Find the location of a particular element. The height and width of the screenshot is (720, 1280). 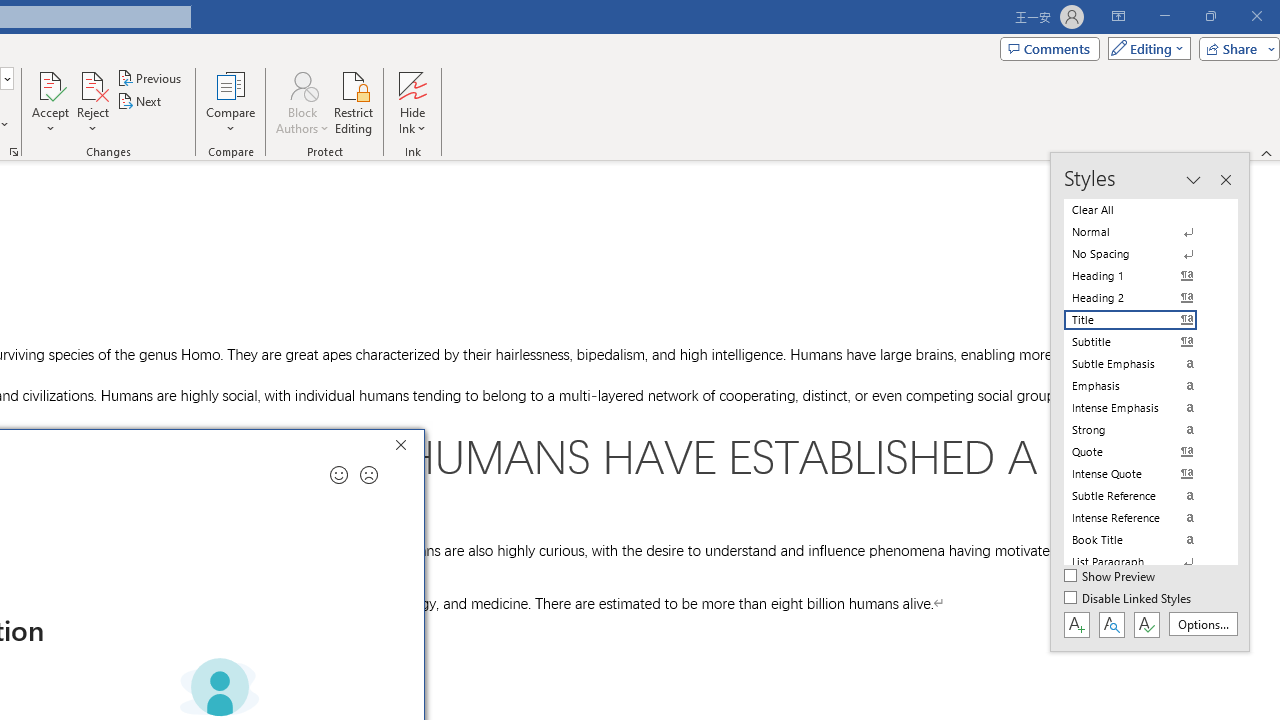

'Strong' is located at coordinates (1142, 428).